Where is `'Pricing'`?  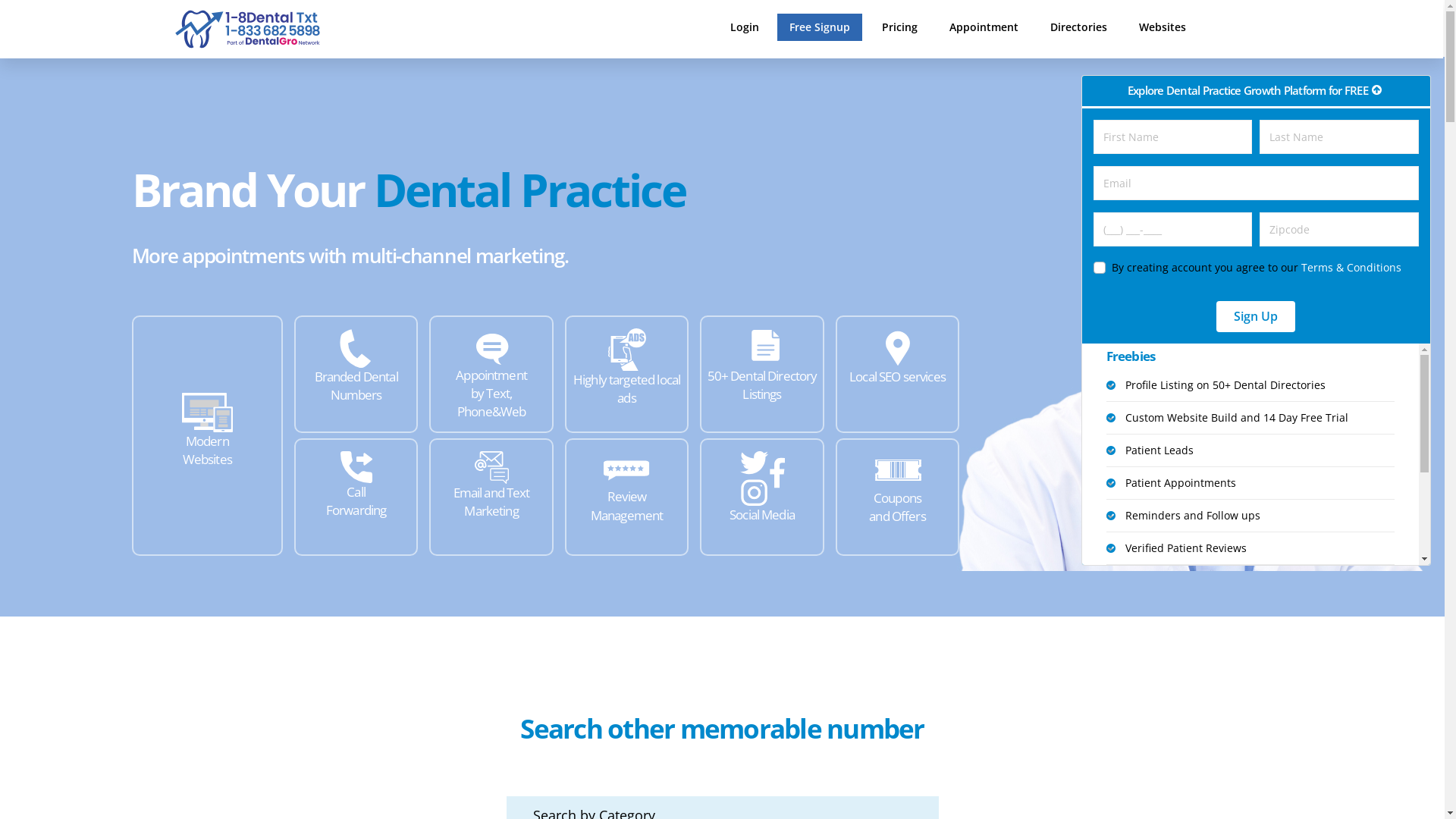
'Pricing' is located at coordinates (899, 27).